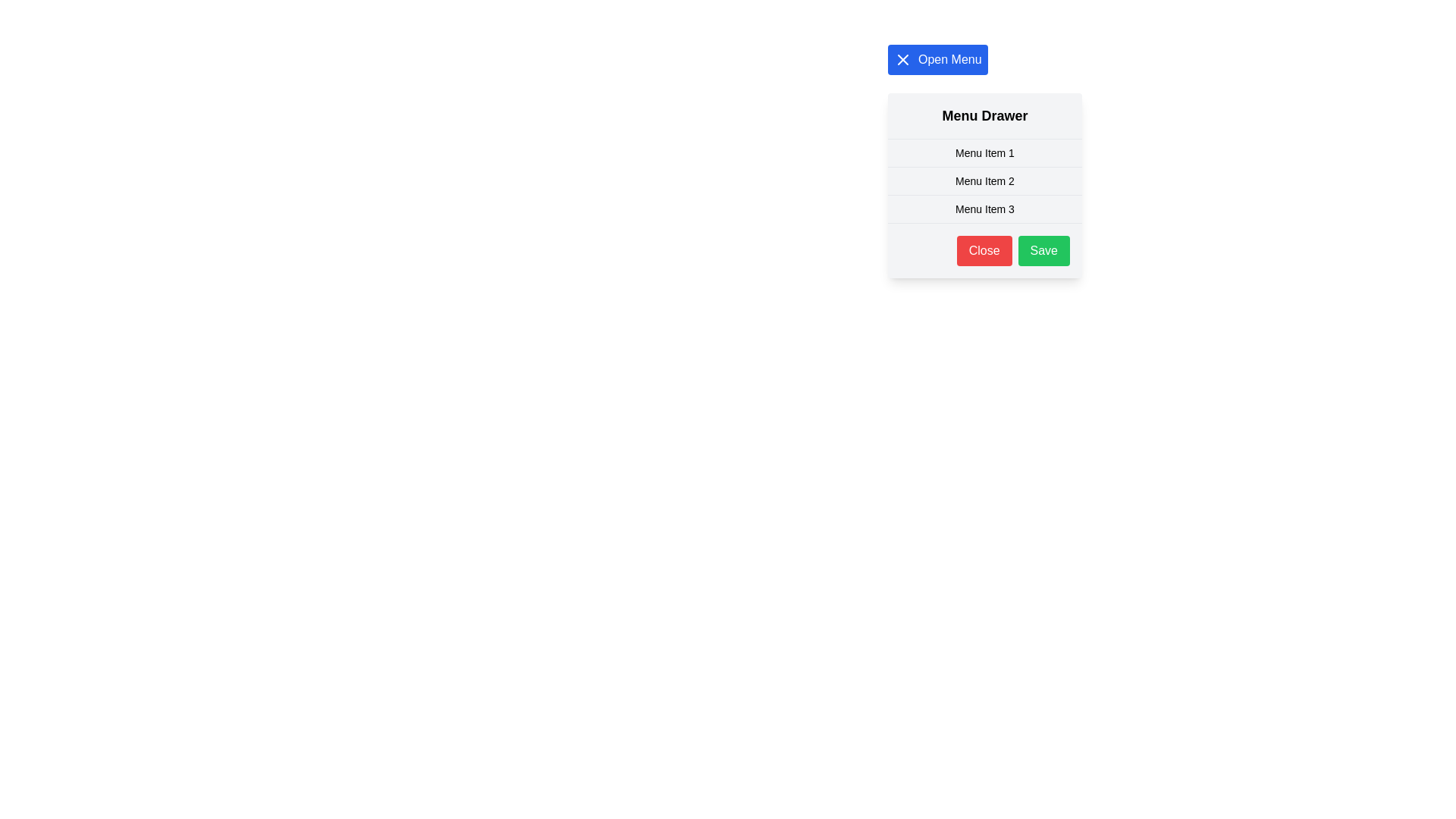 This screenshot has height=819, width=1456. I want to click on the Static Label at the top of the menu drawer that indicates its purpose or context to the user, so click(985, 115).